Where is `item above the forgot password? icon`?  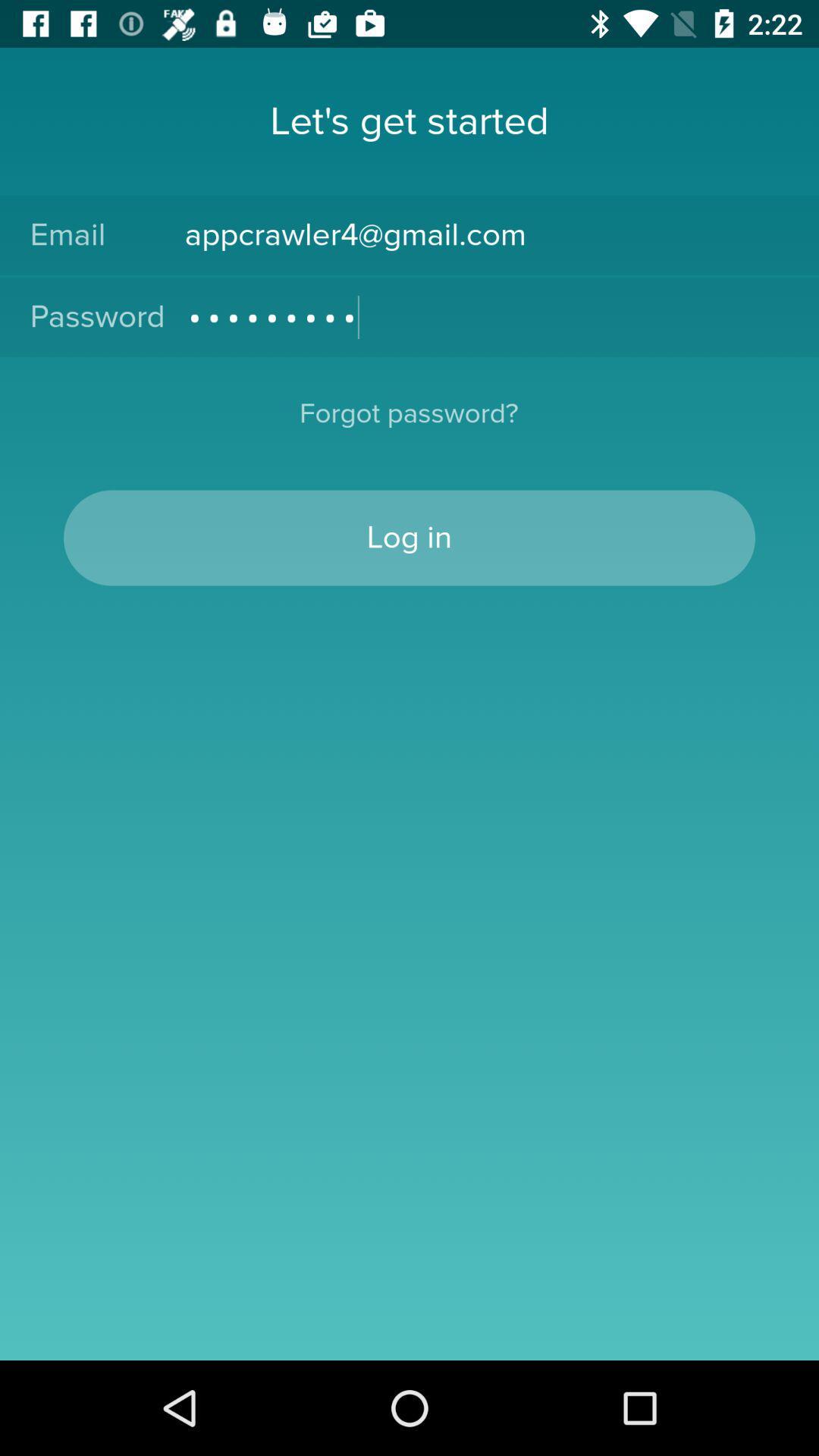
item above the forgot password? icon is located at coordinates (486, 316).